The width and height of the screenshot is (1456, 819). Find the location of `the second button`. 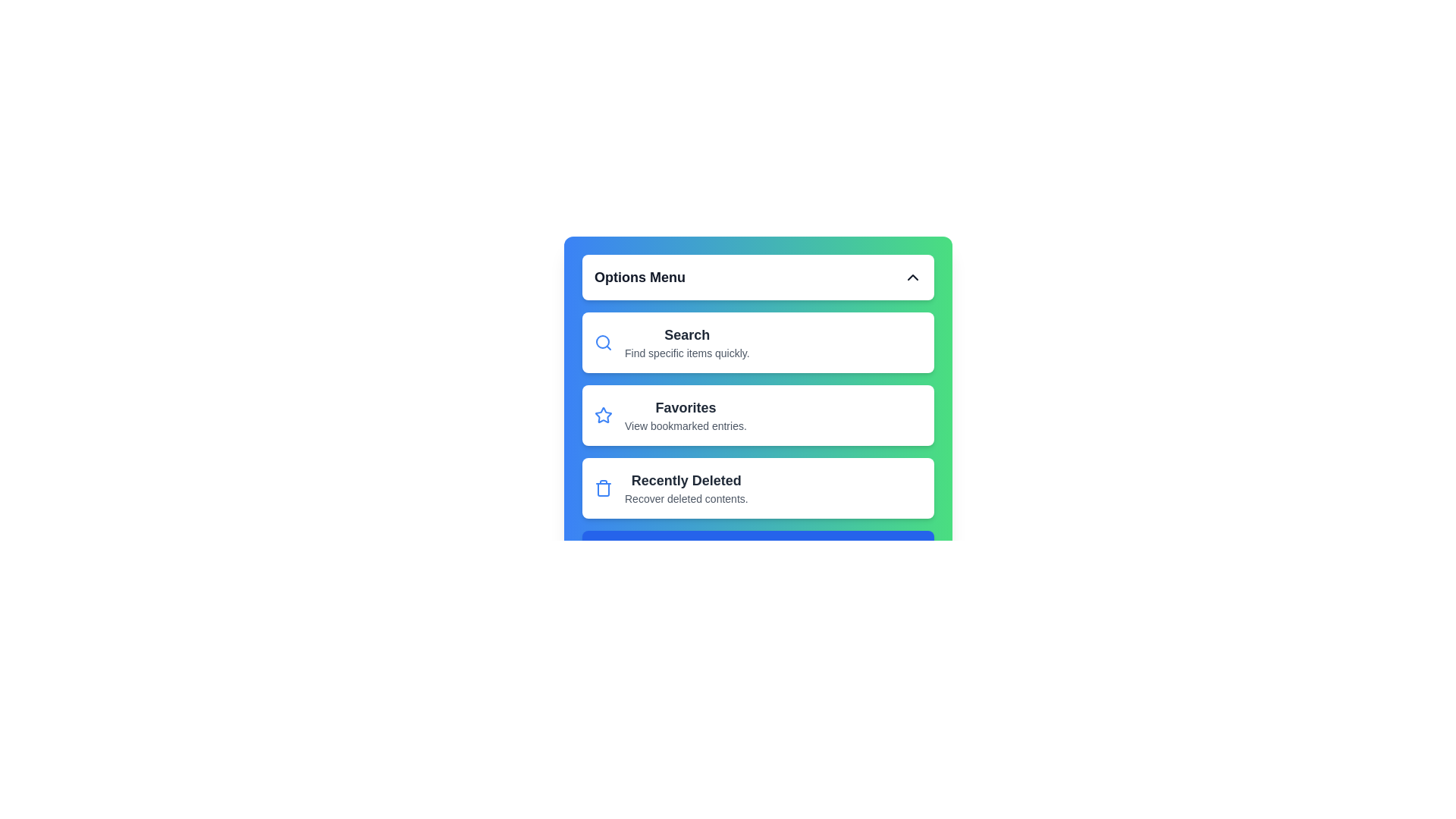

the second button is located at coordinates (758, 415).